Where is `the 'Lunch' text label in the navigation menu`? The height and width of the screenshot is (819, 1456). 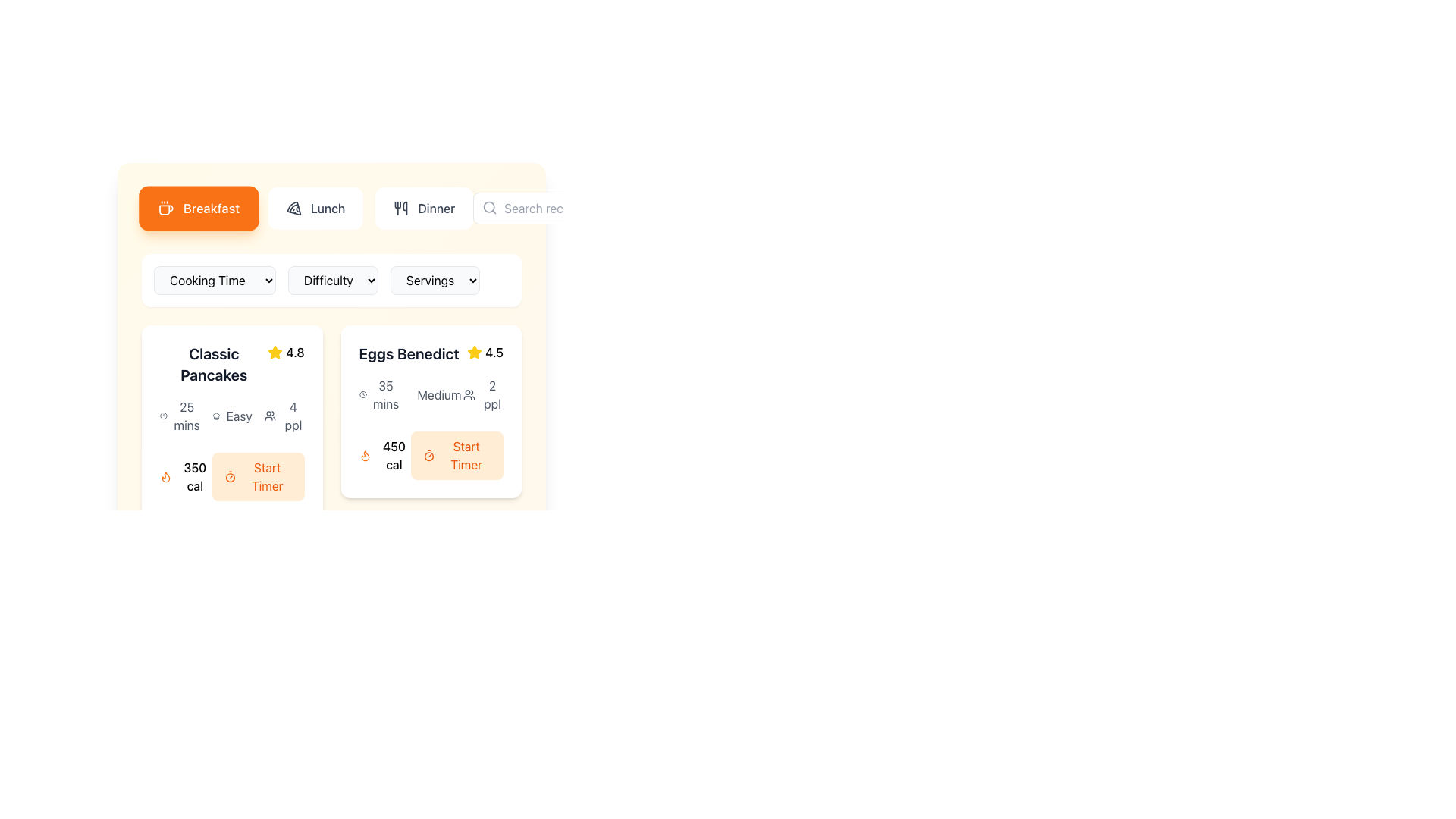
the 'Lunch' text label in the navigation menu is located at coordinates (327, 208).